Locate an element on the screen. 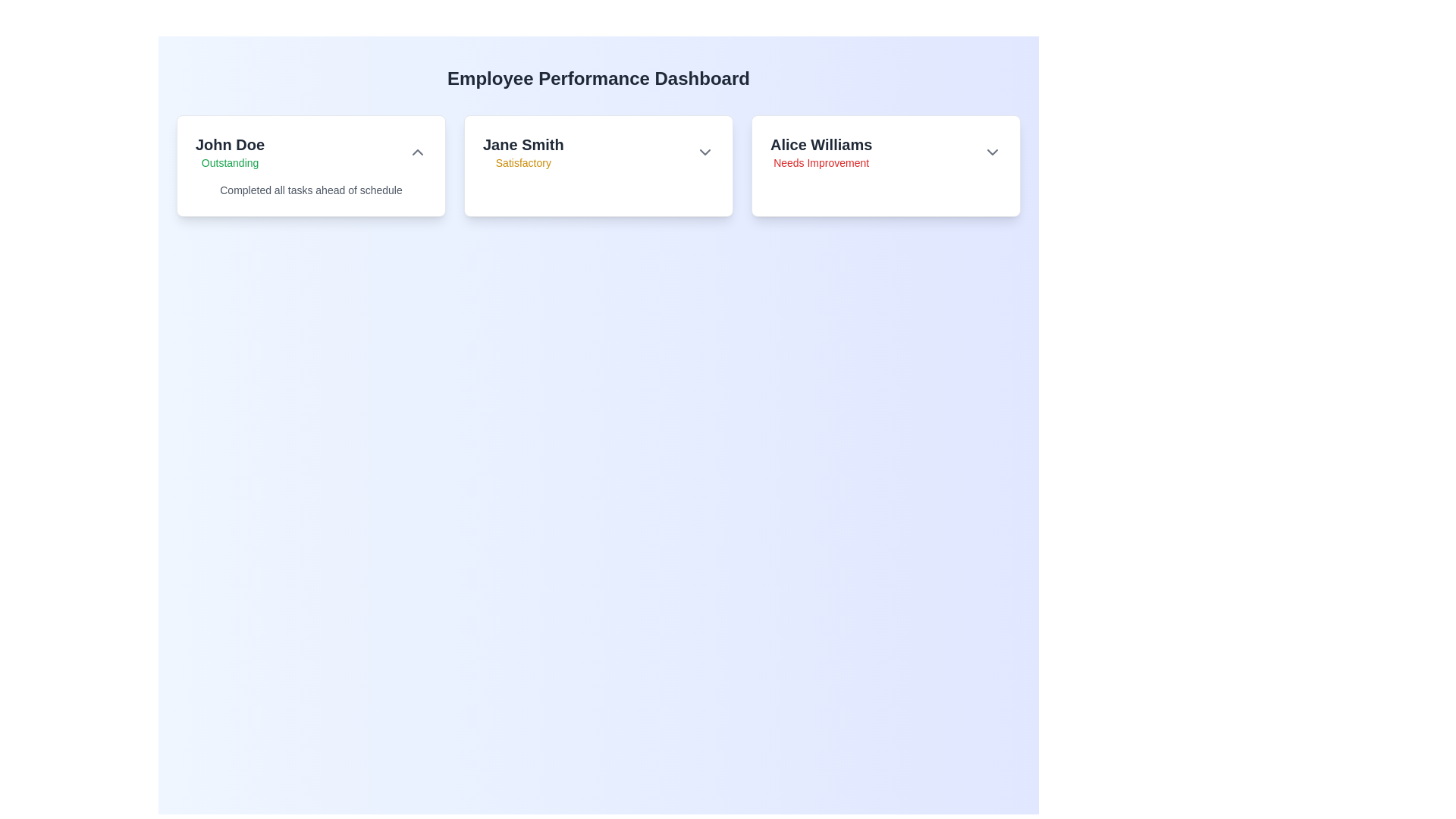 The width and height of the screenshot is (1456, 819). information presented in the 'Satisfactory' label located centrally within the card for 'Jane Smith' is located at coordinates (523, 163).